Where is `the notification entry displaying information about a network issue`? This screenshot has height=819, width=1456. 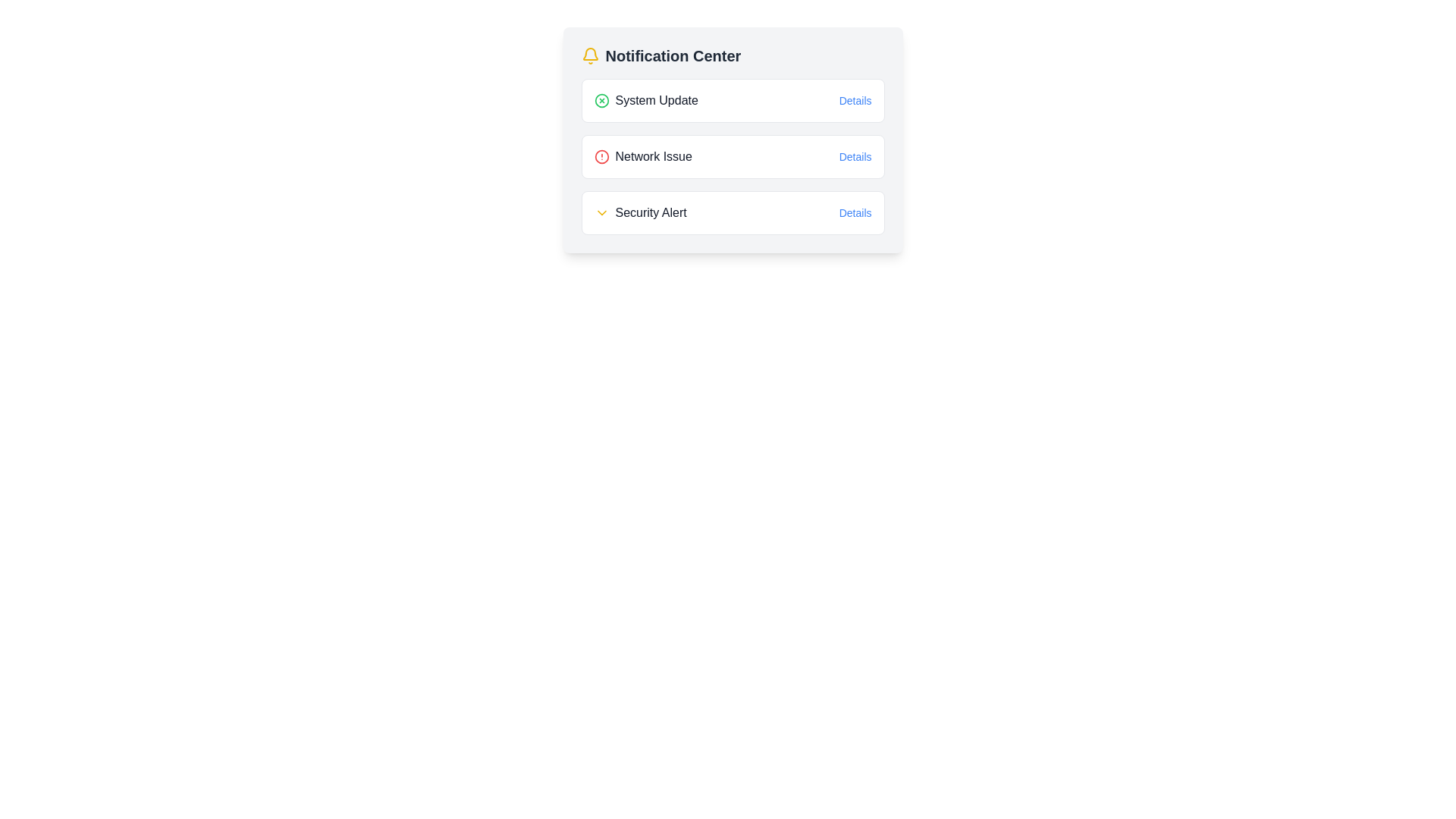 the notification entry displaying information about a network issue is located at coordinates (733, 140).